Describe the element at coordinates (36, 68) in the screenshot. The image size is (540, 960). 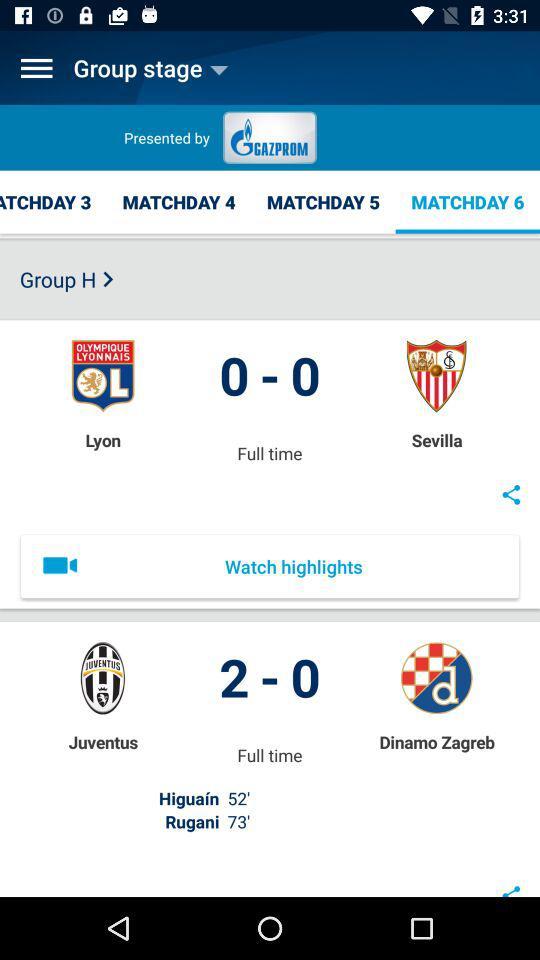
I see `open menu` at that location.